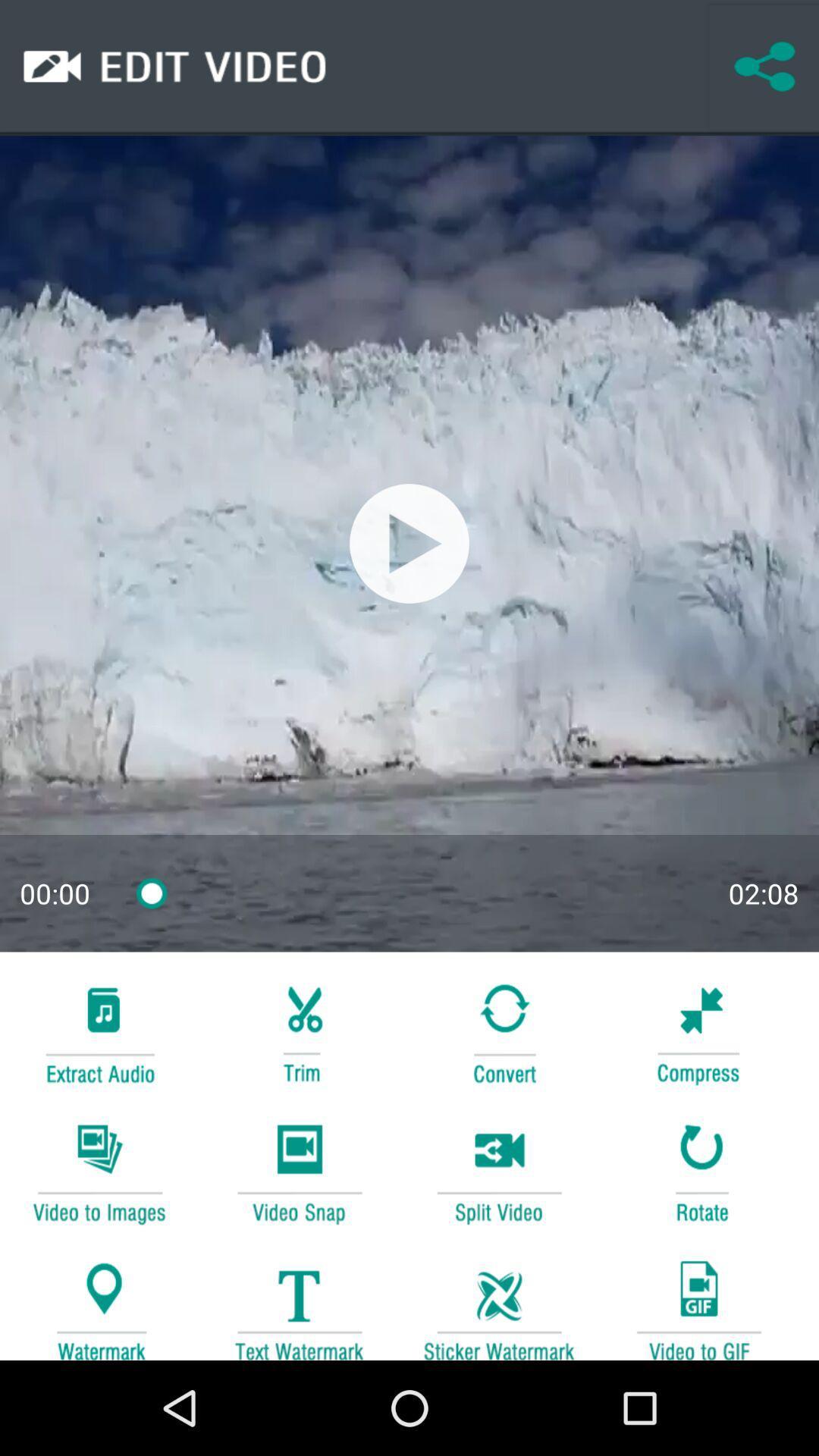 The image size is (819, 1456). I want to click on location to see, so click(99, 1302).